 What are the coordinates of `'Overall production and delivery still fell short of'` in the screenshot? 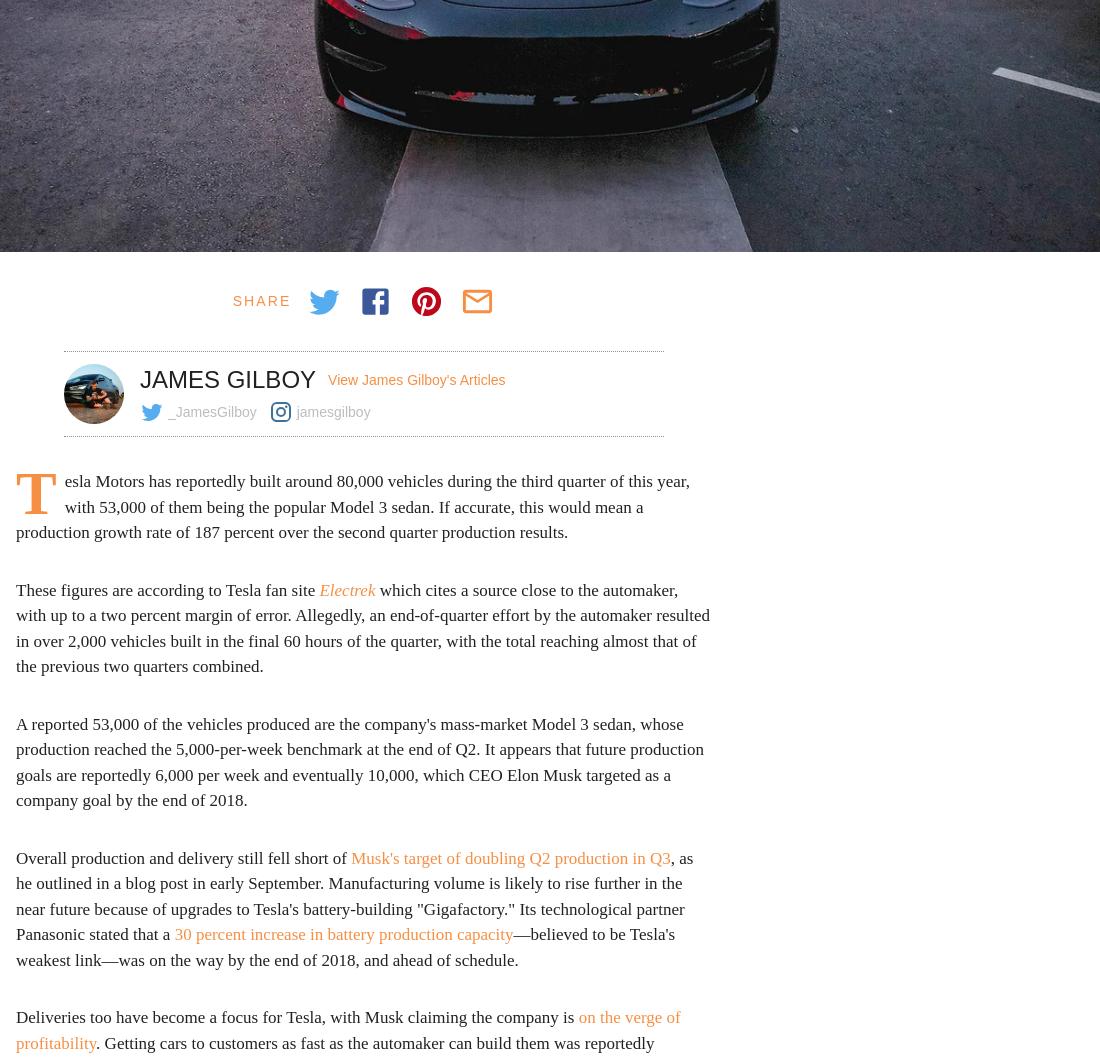 It's located at (182, 857).